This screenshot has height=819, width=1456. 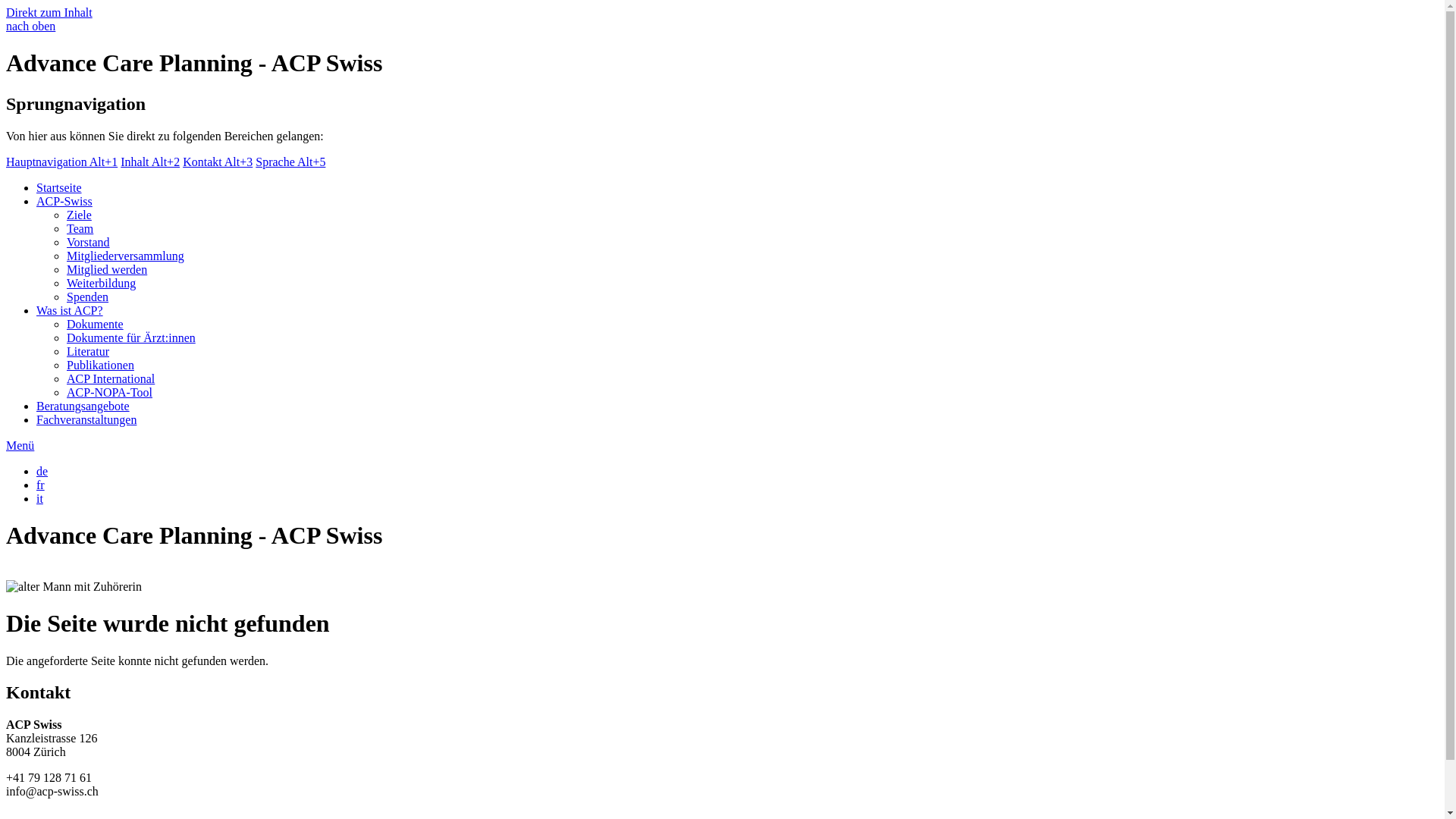 I want to click on 'Kontakt Alt+3', so click(x=217, y=162).